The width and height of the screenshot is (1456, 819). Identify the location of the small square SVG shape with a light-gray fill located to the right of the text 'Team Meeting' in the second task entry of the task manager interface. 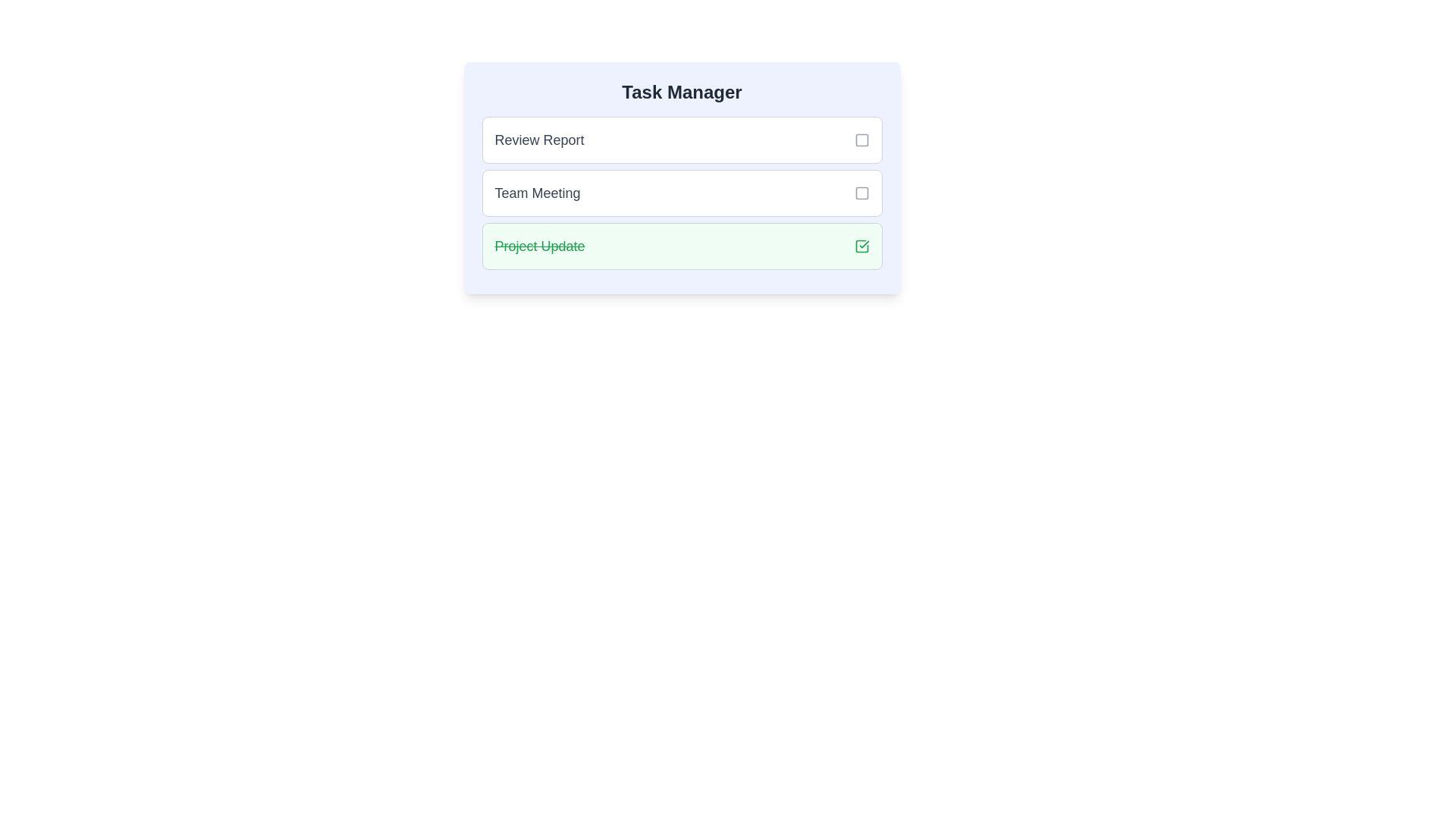
(861, 192).